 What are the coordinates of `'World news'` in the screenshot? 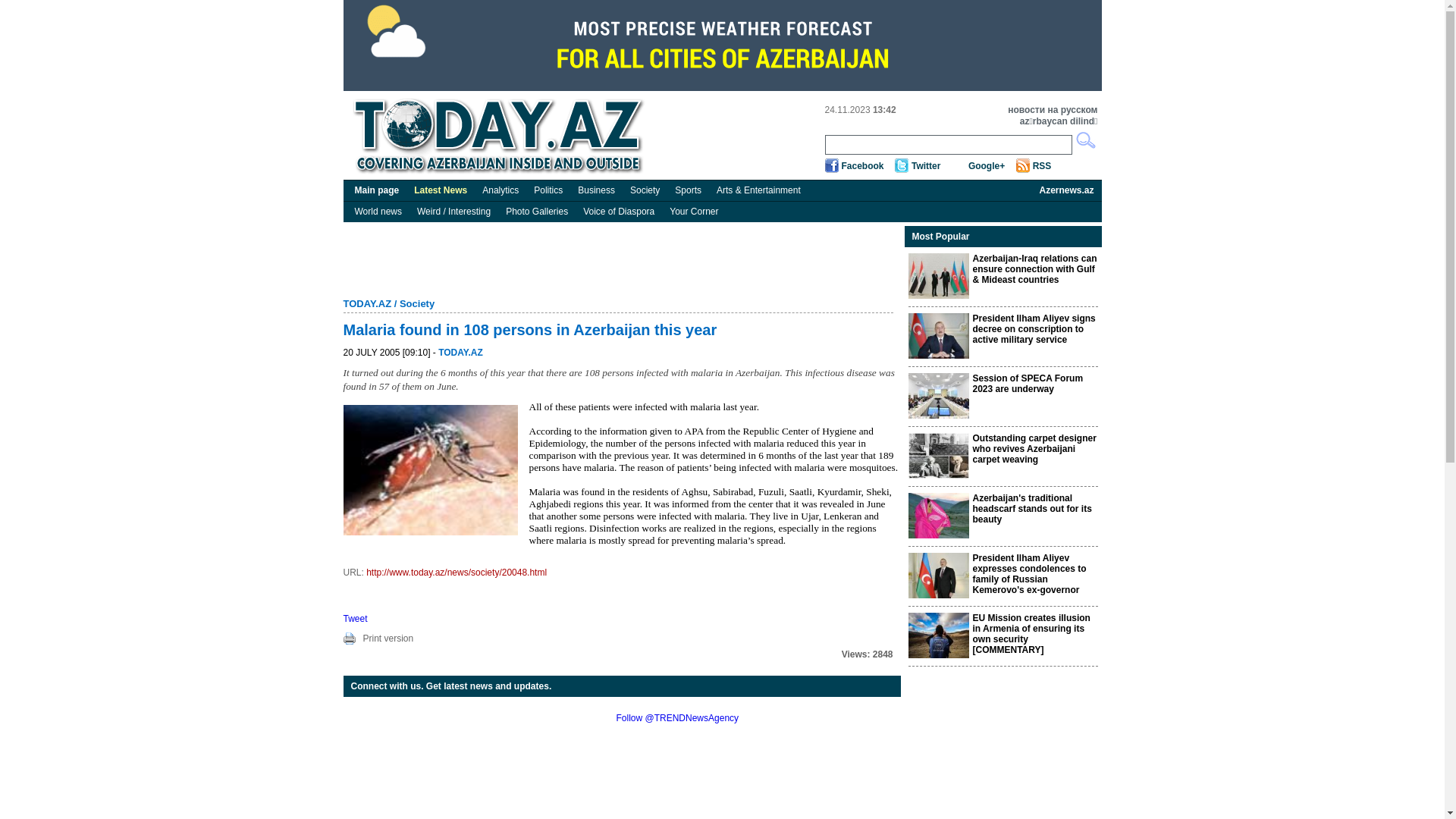 It's located at (378, 211).